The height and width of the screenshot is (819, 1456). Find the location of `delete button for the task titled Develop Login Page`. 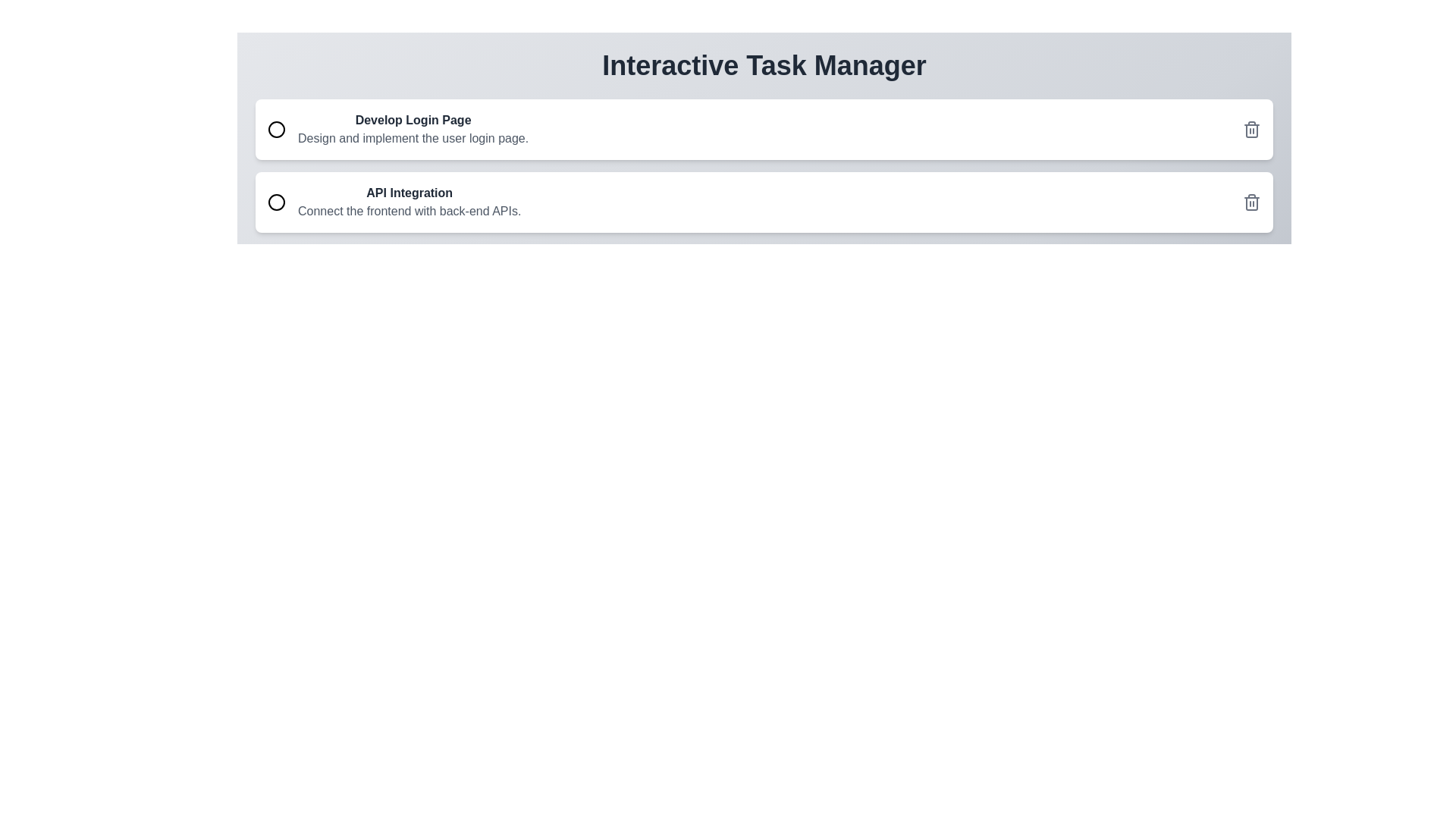

delete button for the task titled Develop Login Page is located at coordinates (1252, 128).